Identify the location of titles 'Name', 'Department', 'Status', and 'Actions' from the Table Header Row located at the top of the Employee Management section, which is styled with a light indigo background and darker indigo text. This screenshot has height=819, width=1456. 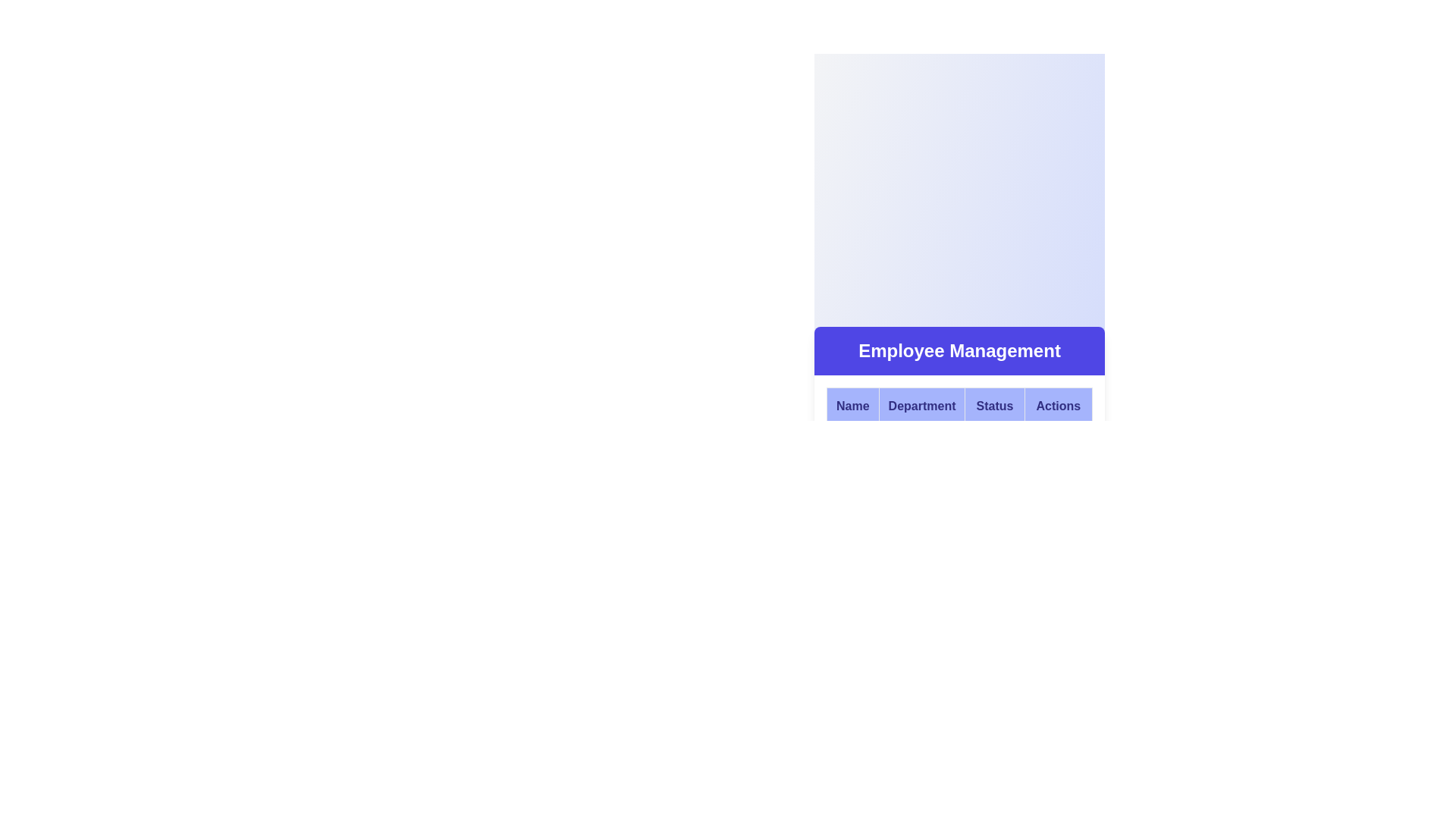
(959, 405).